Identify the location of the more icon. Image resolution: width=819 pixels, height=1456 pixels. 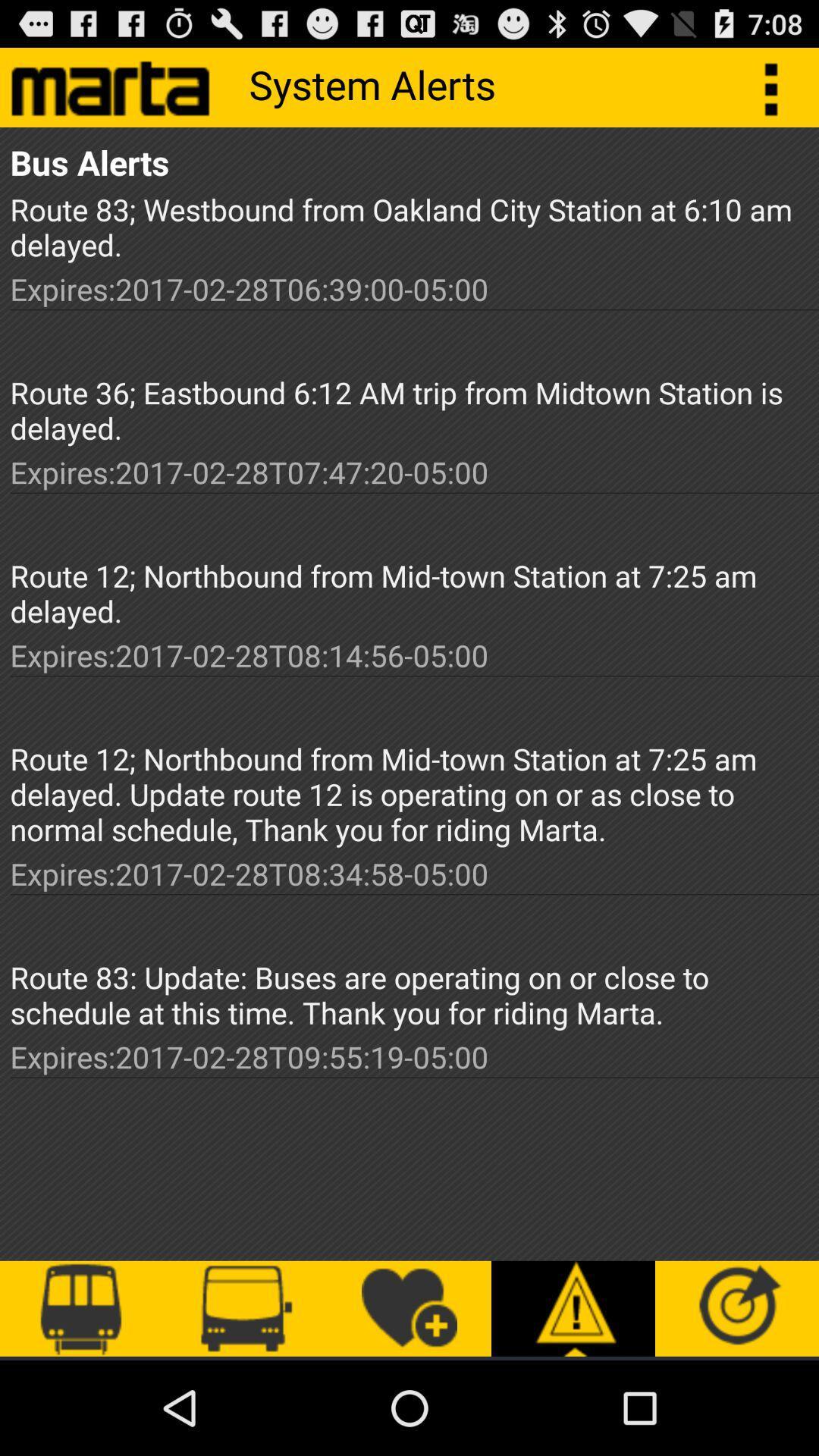
(779, 93).